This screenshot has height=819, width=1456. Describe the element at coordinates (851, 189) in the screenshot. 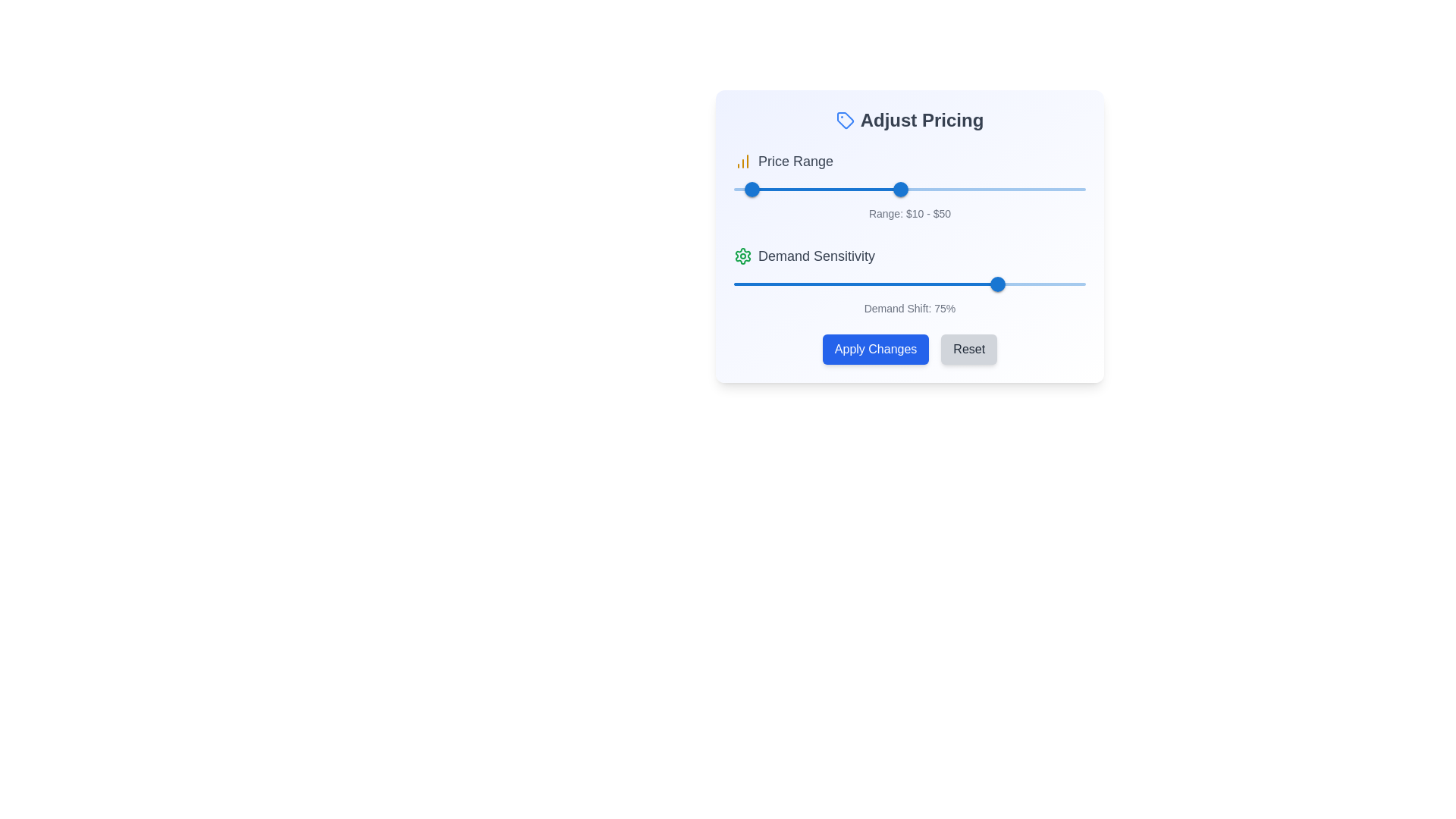

I see `the Price Range slider` at that location.